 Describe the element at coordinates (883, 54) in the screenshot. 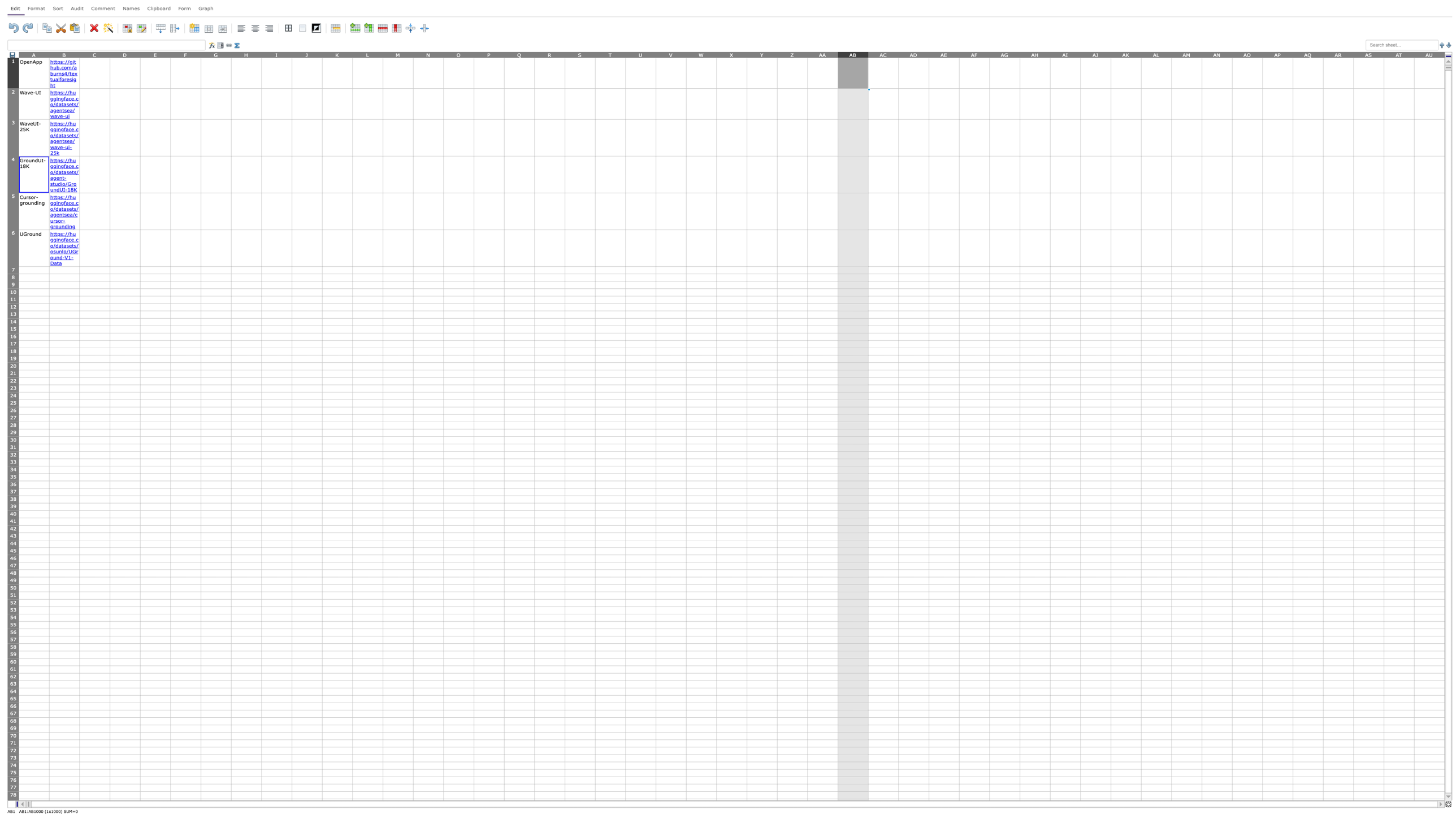

I see `column AC` at that location.